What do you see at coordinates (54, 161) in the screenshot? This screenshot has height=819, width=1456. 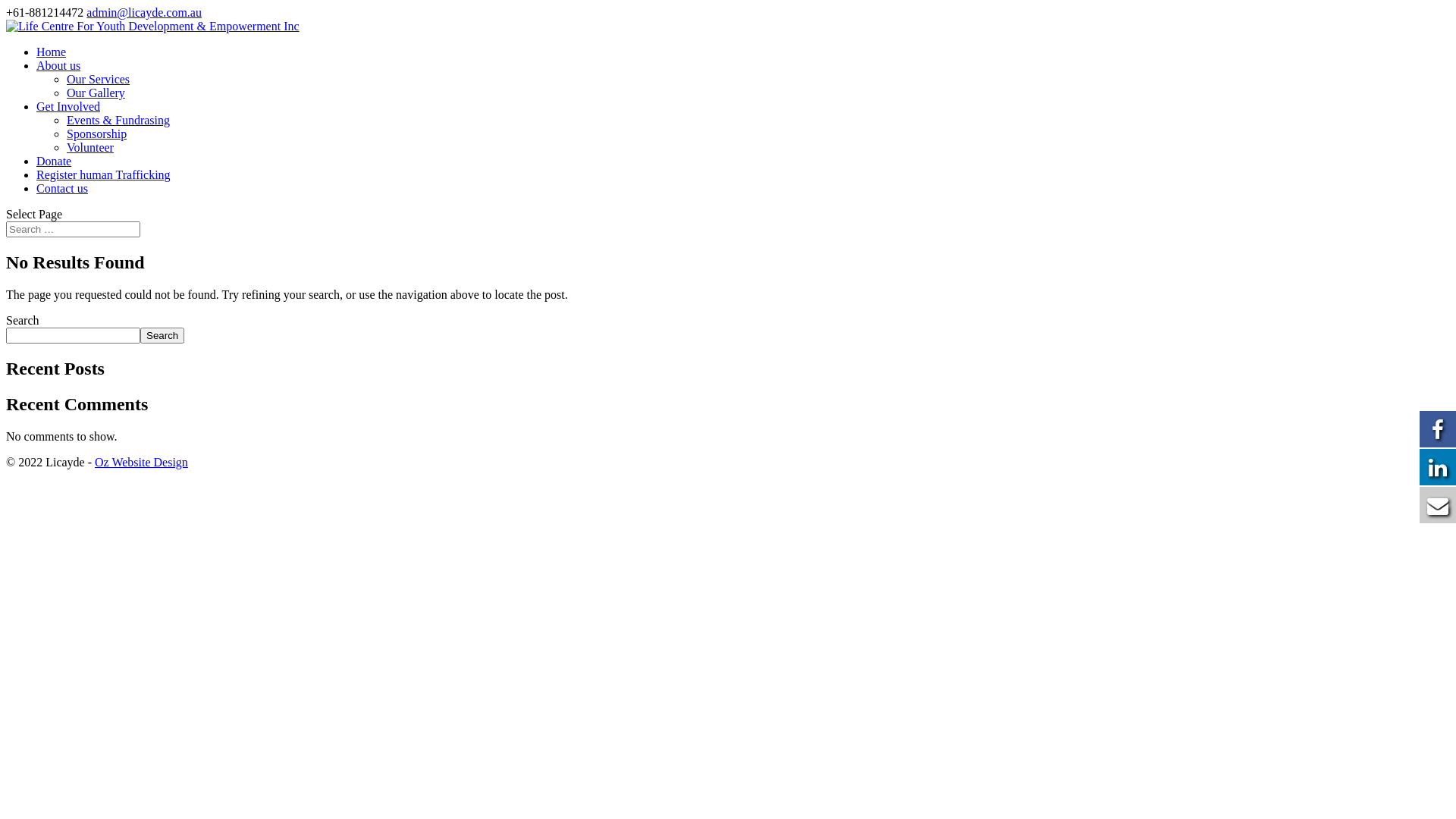 I see `'Donate'` at bounding box center [54, 161].